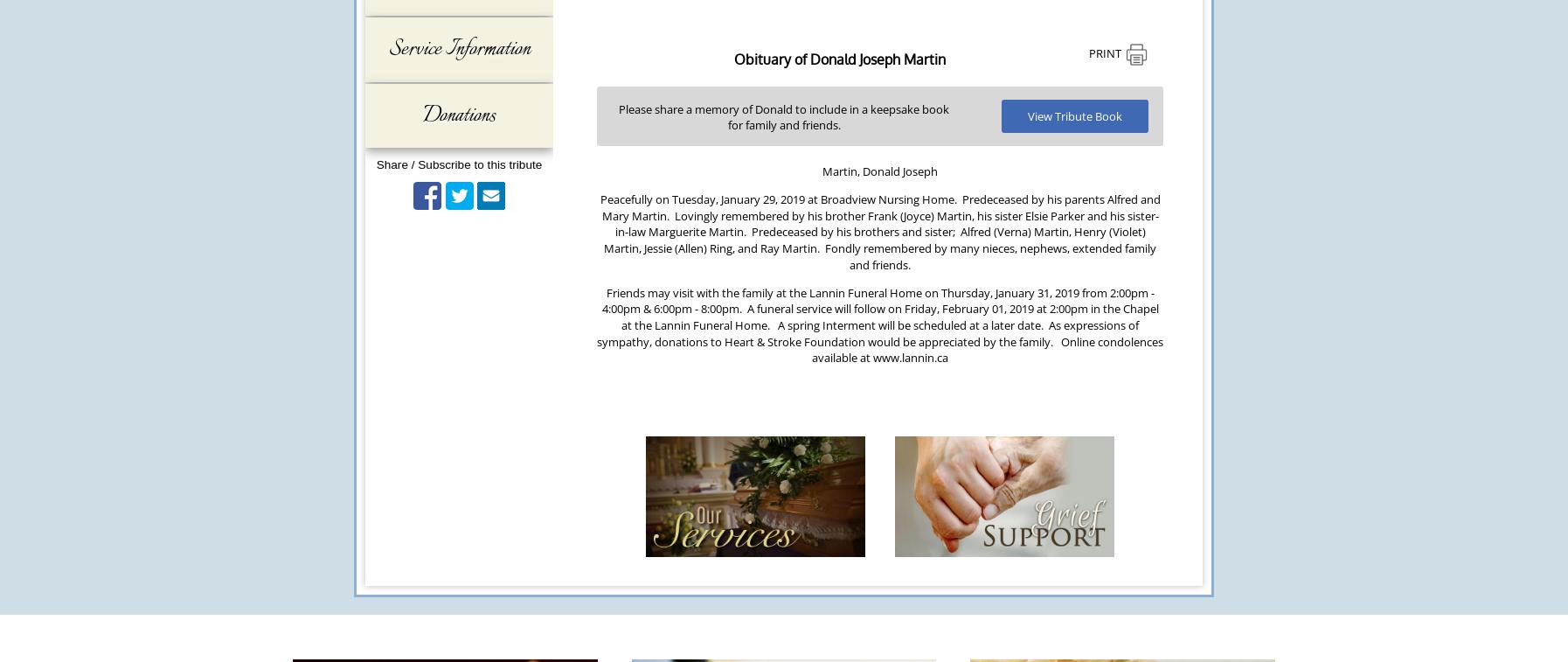  Describe the element at coordinates (375, 163) in the screenshot. I see `'Share / Subscribe to this tribute'` at that location.